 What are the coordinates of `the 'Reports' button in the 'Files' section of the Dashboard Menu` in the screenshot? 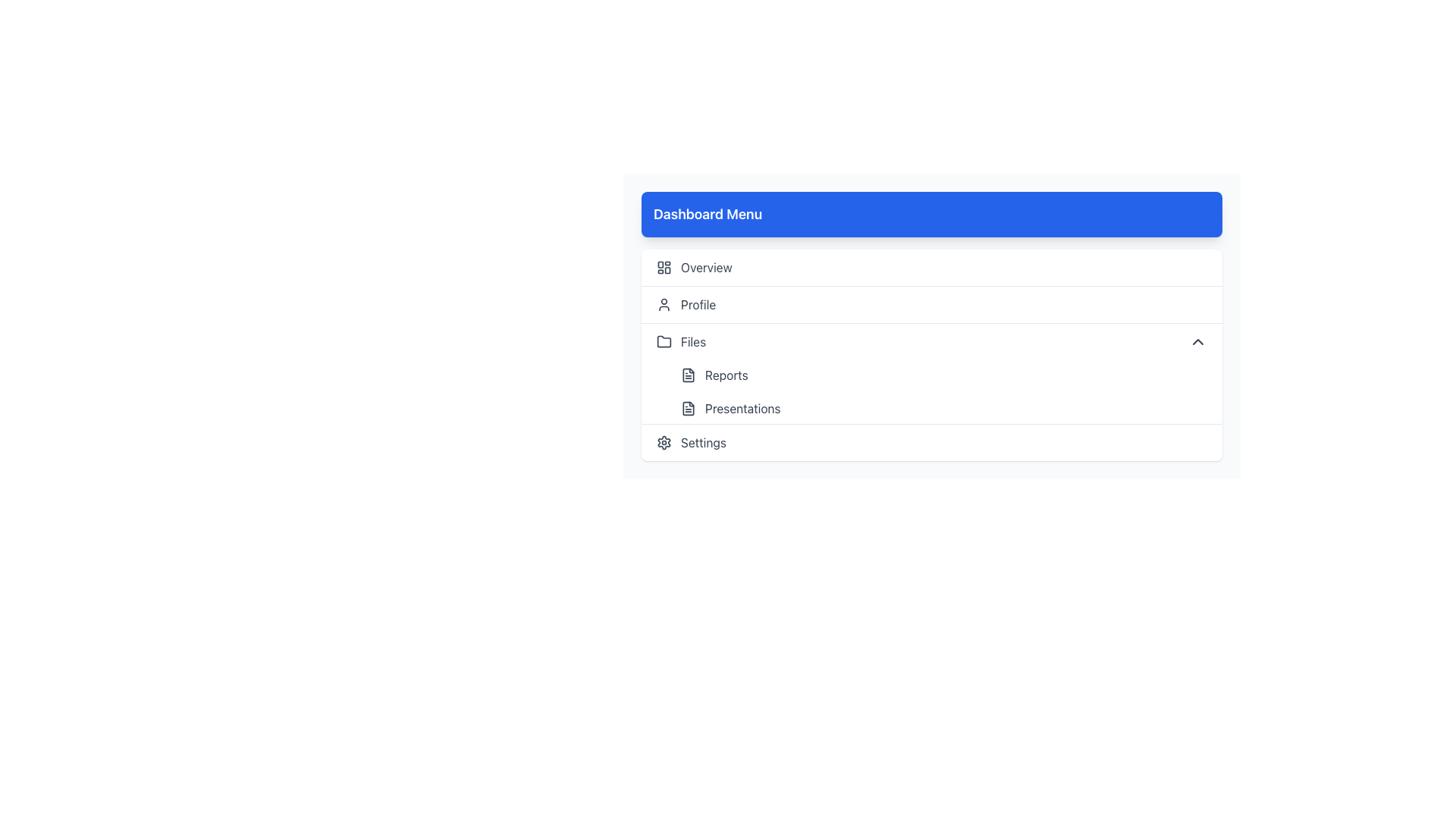 It's located at (943, 375).